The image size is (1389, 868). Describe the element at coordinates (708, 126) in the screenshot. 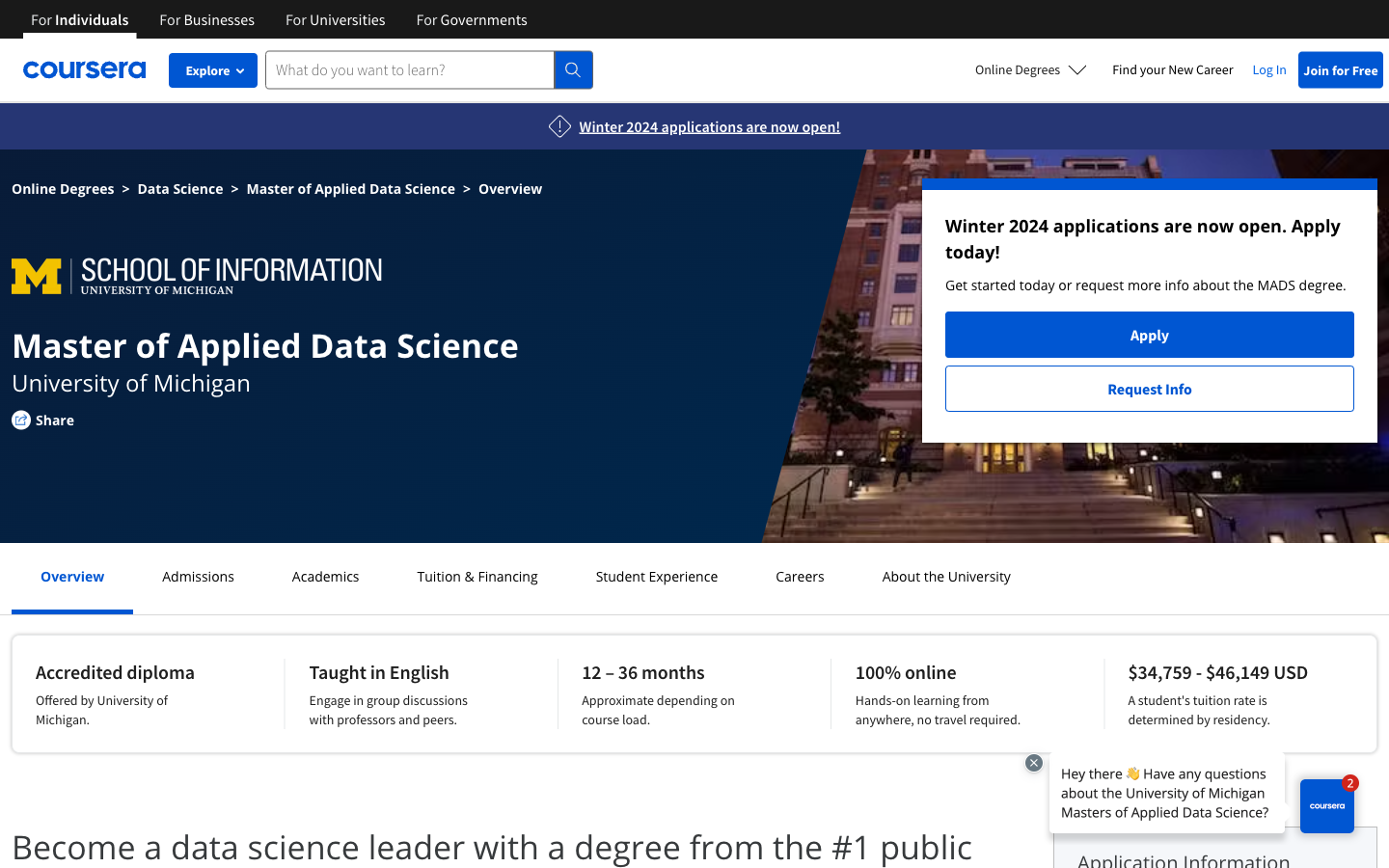

I see `Applications page for Winter 2024` at that location.